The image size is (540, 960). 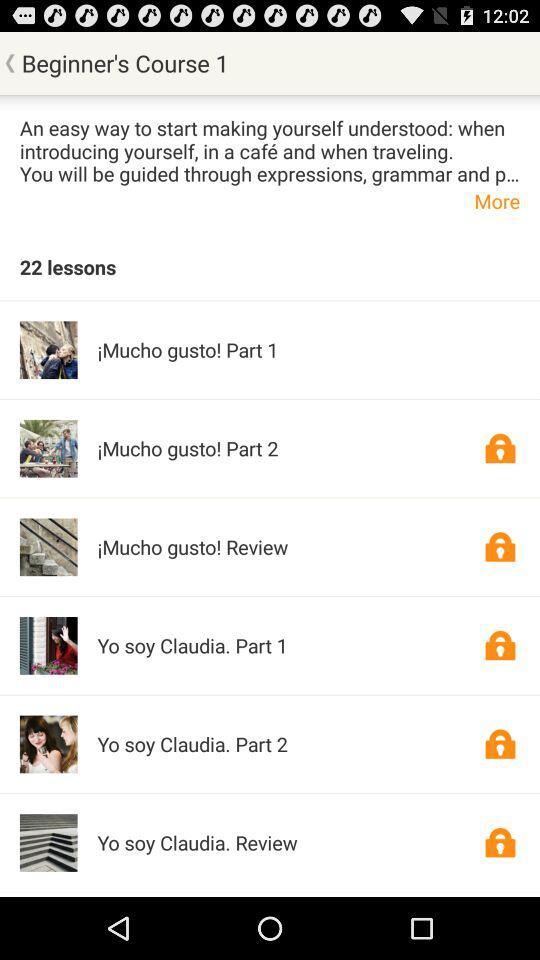 I want to click on the app below an easy way app, so click(x=270, y=200).